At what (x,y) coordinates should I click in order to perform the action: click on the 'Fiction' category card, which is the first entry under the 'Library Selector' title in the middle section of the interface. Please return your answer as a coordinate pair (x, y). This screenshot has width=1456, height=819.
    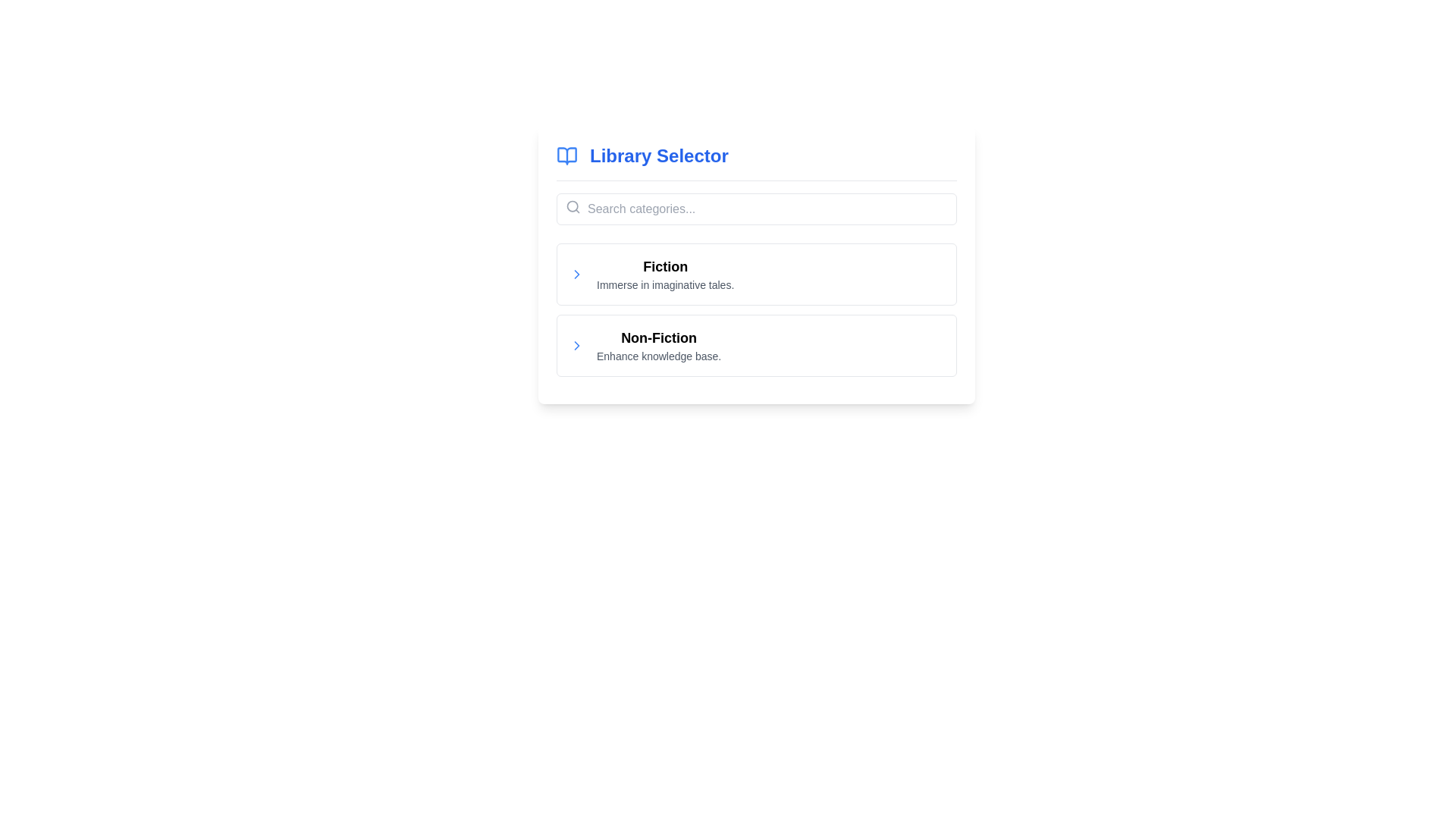
    Looking at the image, I should click on (757, 275).